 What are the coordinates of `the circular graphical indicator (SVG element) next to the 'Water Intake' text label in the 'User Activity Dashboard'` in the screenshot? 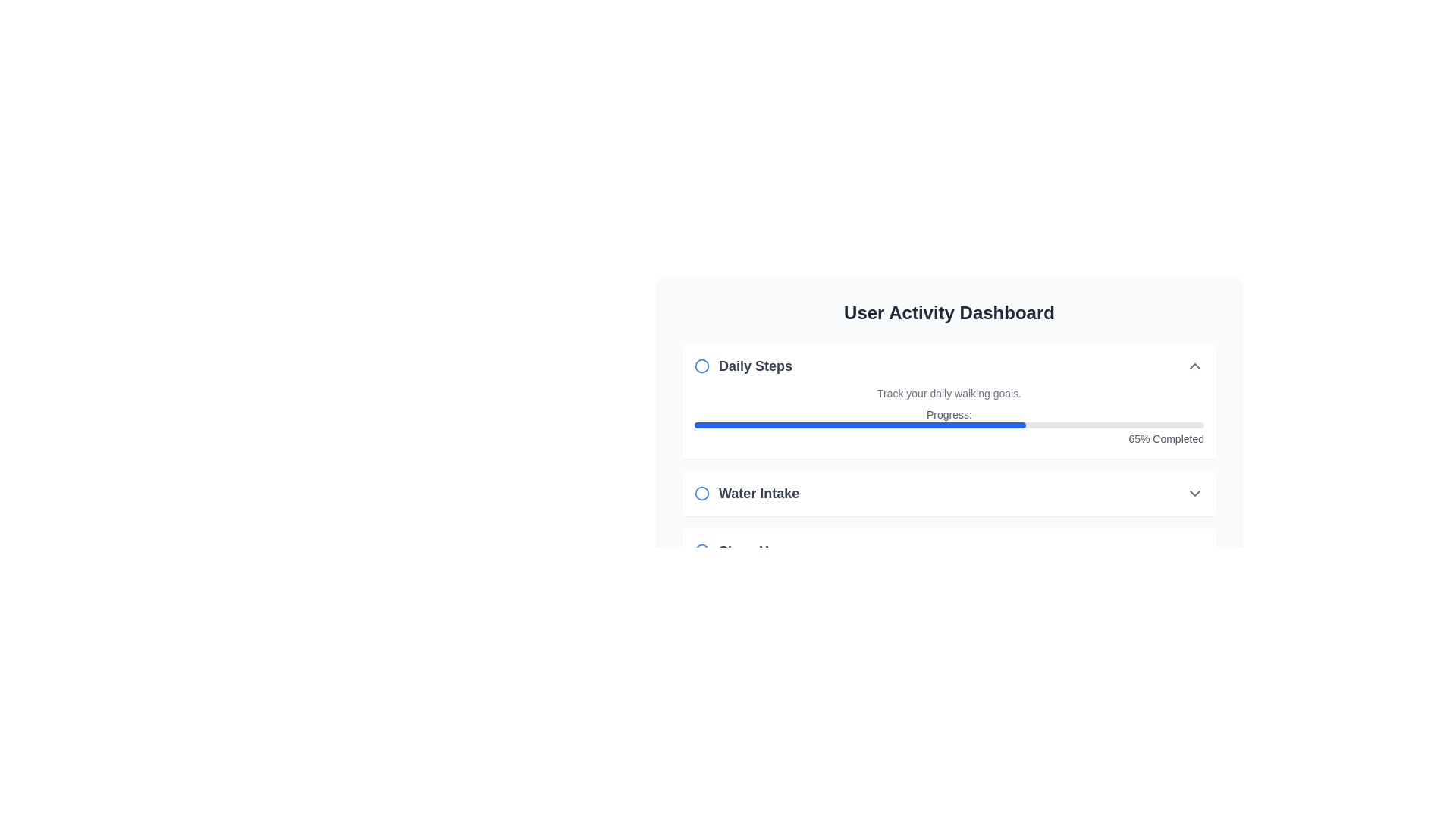 It's located at (701, 494).